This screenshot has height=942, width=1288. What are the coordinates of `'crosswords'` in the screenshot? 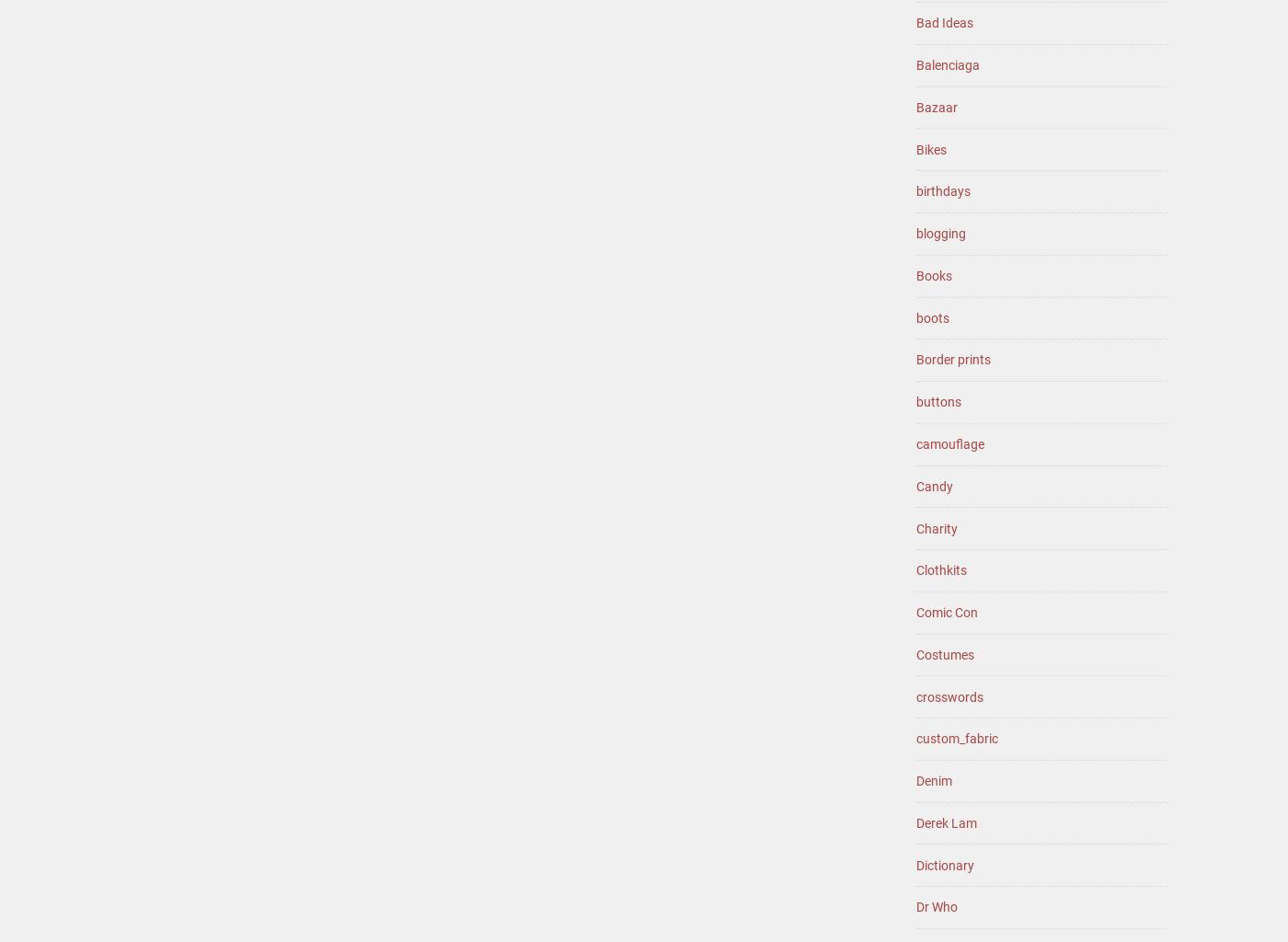 It's located at (949, 695).